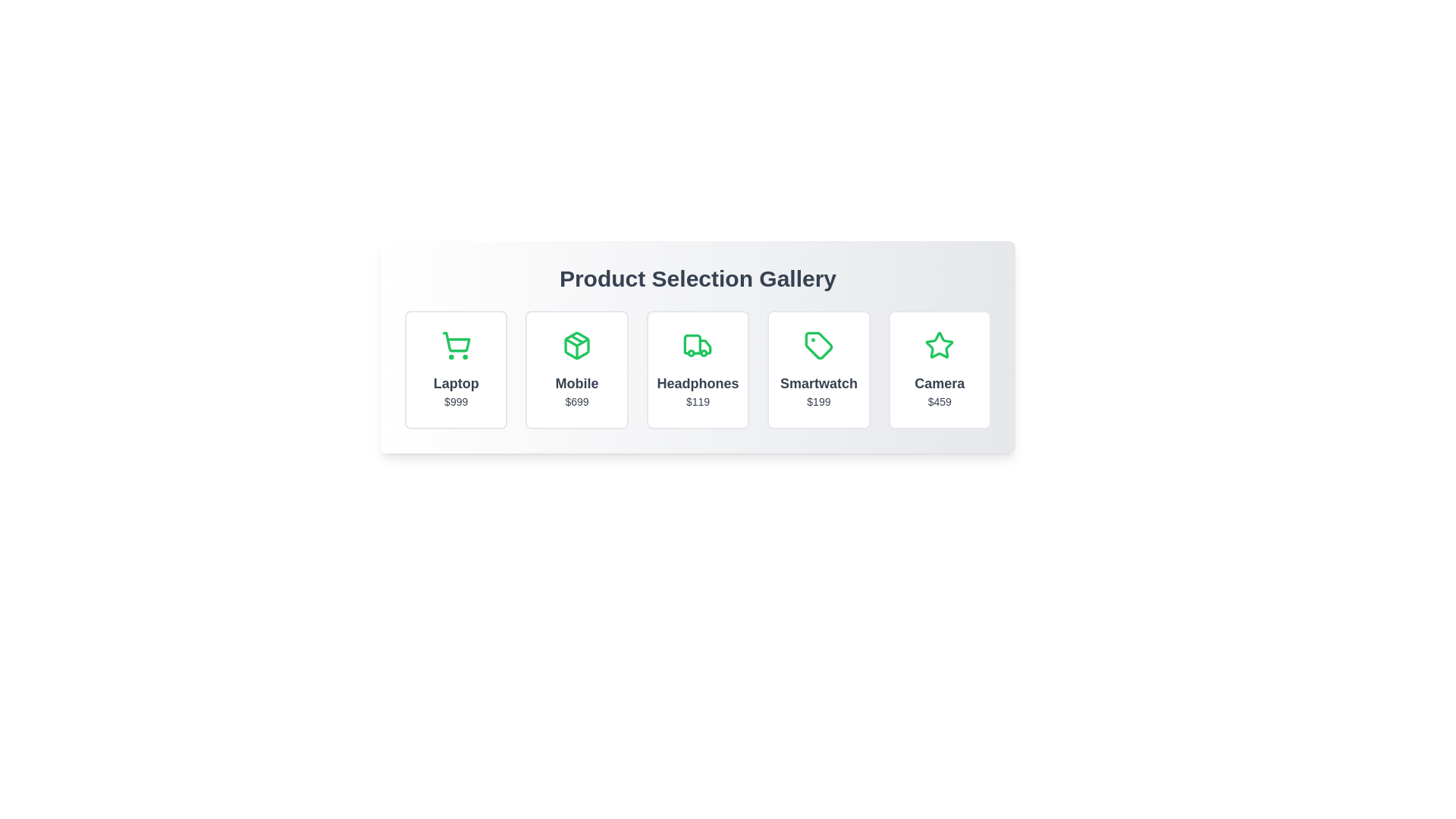 The image size is (1456, 819). I want to click on the 'Smartwatch' text label, so click(817, 382).